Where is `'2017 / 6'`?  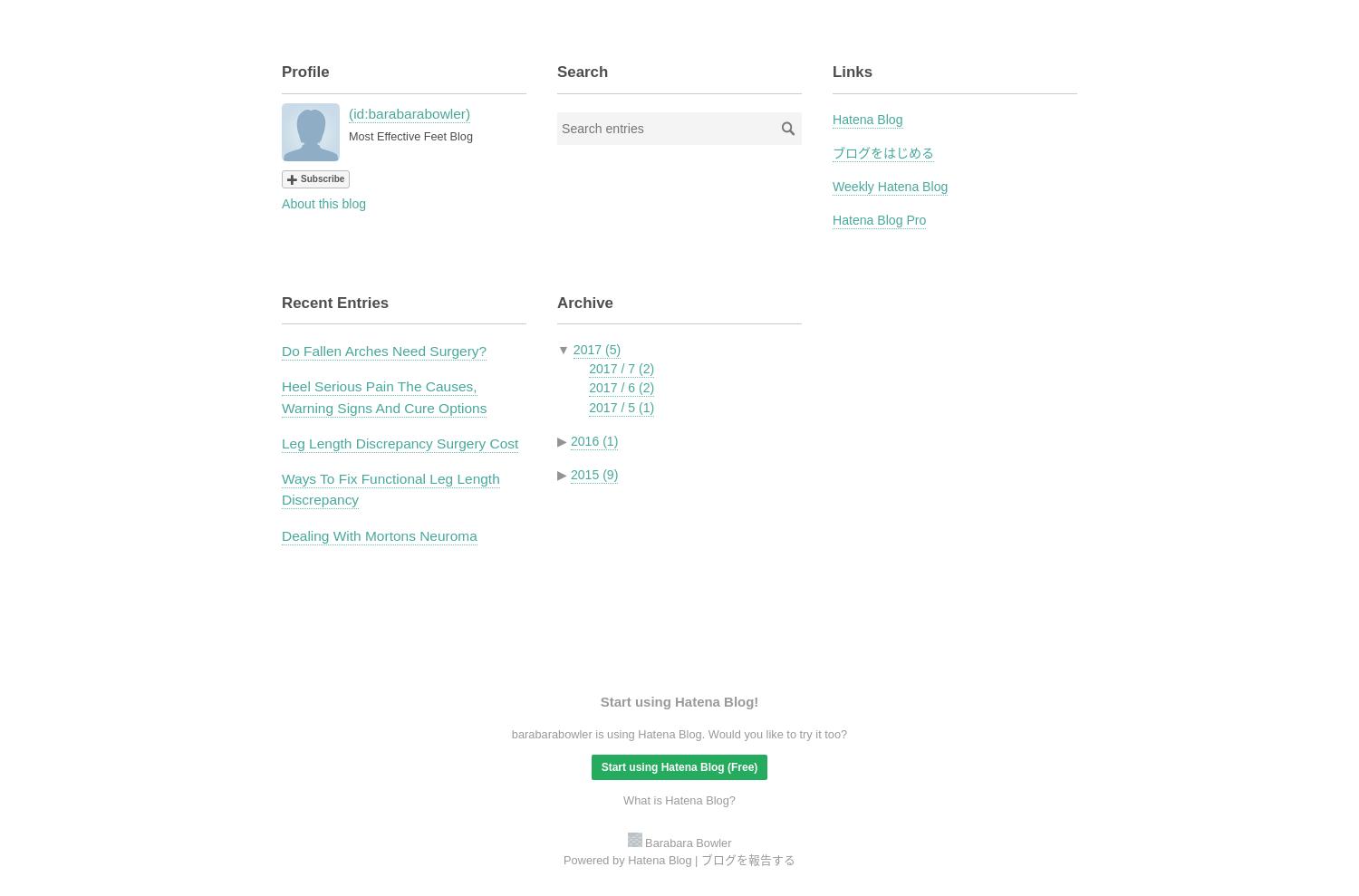 '2017 / 6' is located at coordinates (612, 388).